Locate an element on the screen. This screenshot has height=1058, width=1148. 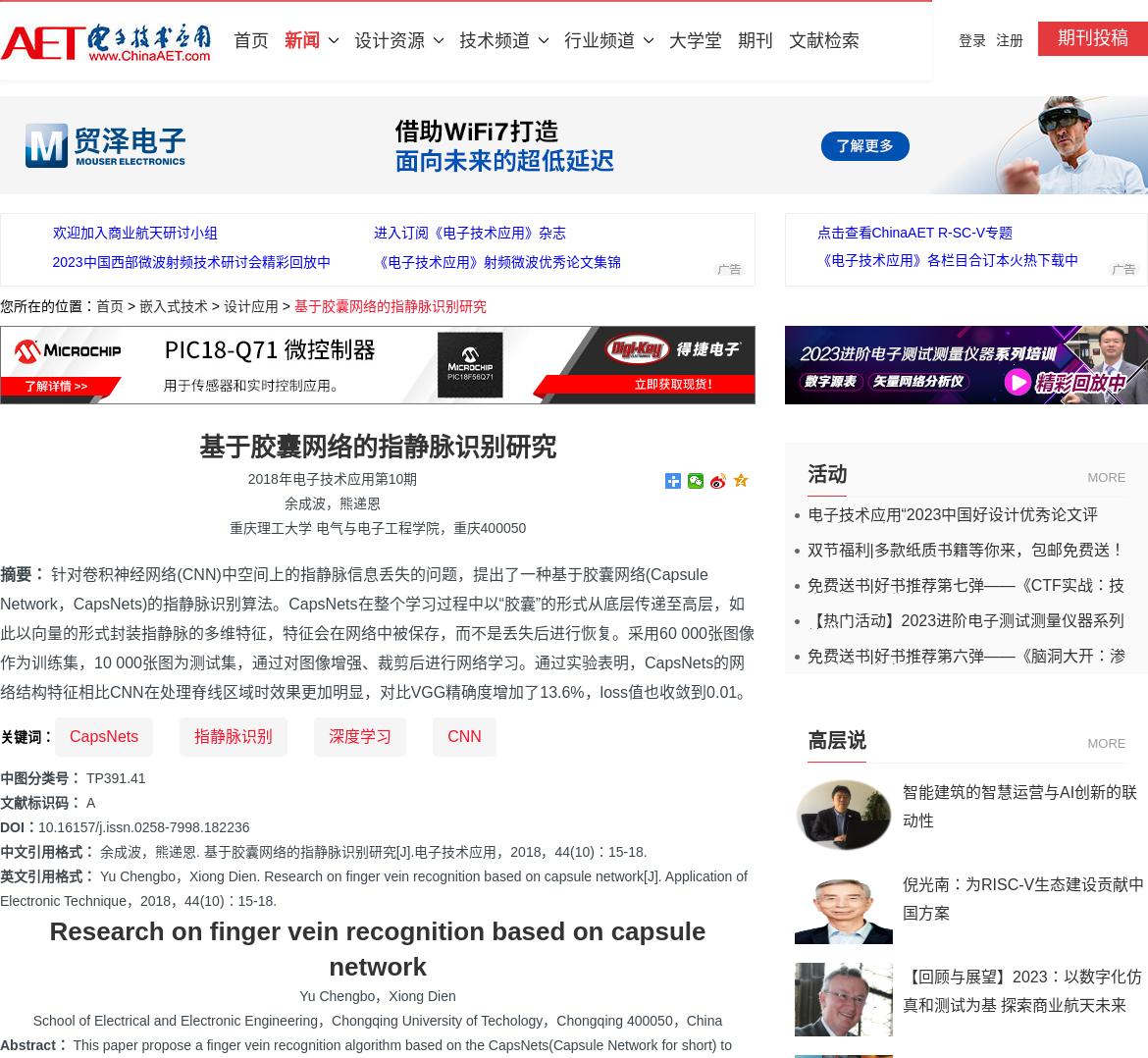
'【热门活动】2023进阶电子测试测量仪器系列培训' is located at coordinates (965, 627).